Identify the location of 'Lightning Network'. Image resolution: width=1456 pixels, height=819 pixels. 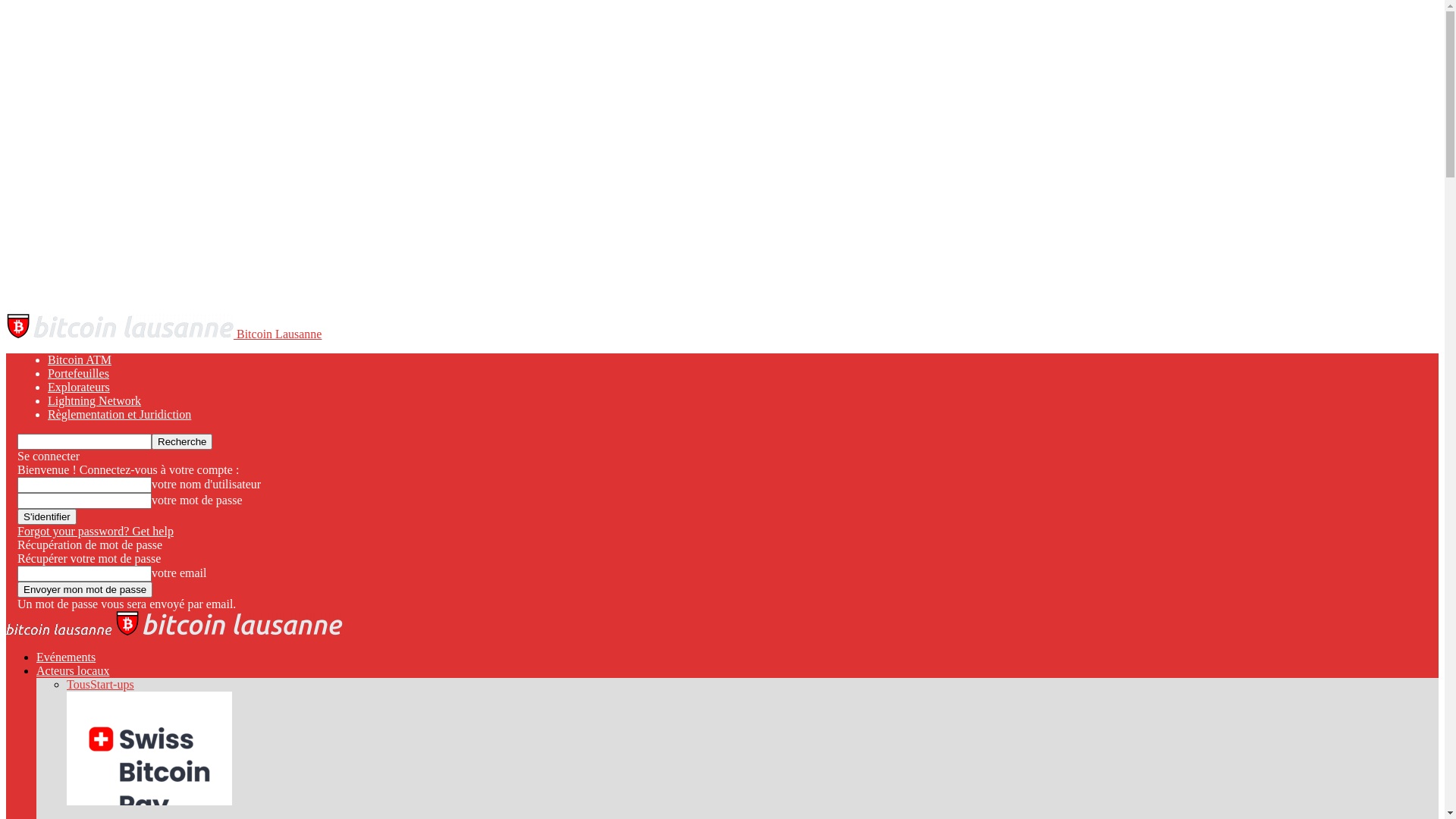
(93, 400).